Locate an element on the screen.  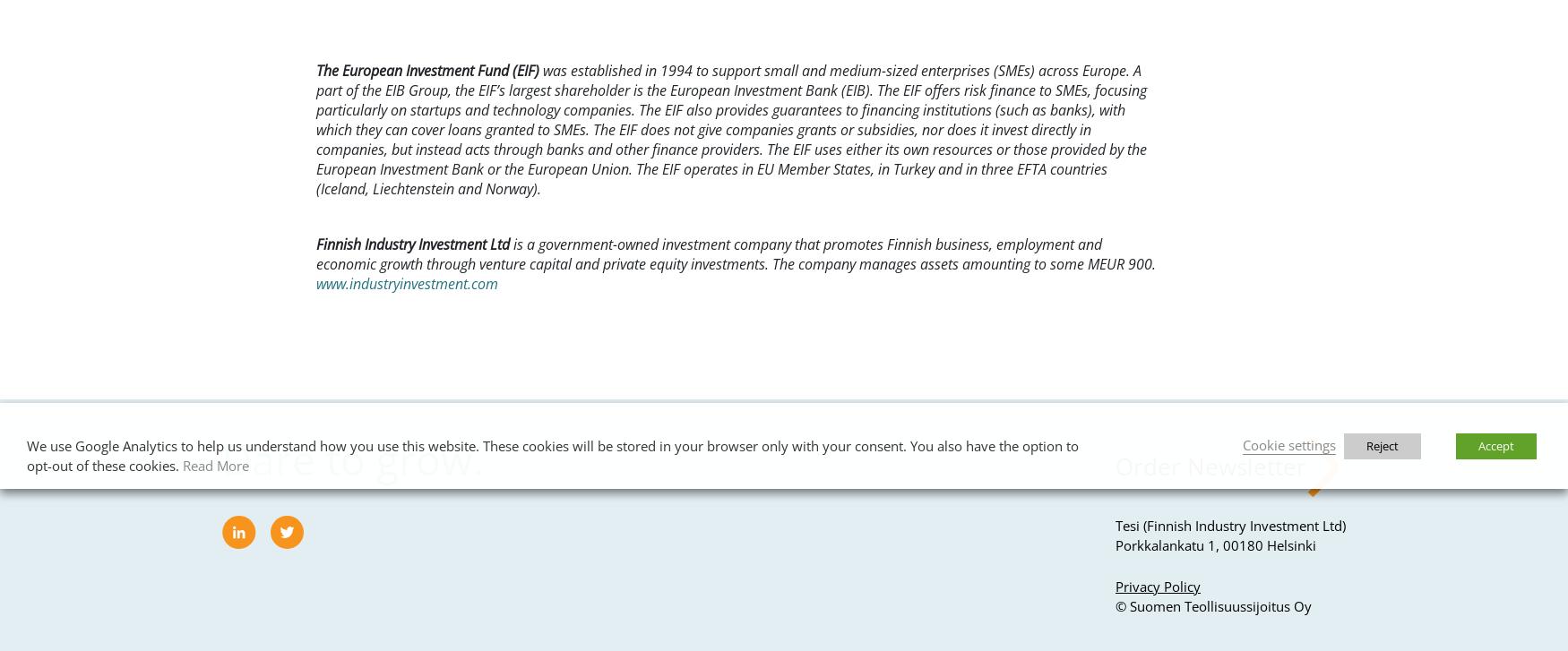
'www.industryinvestment.com' is located at coordinates (406, 283).